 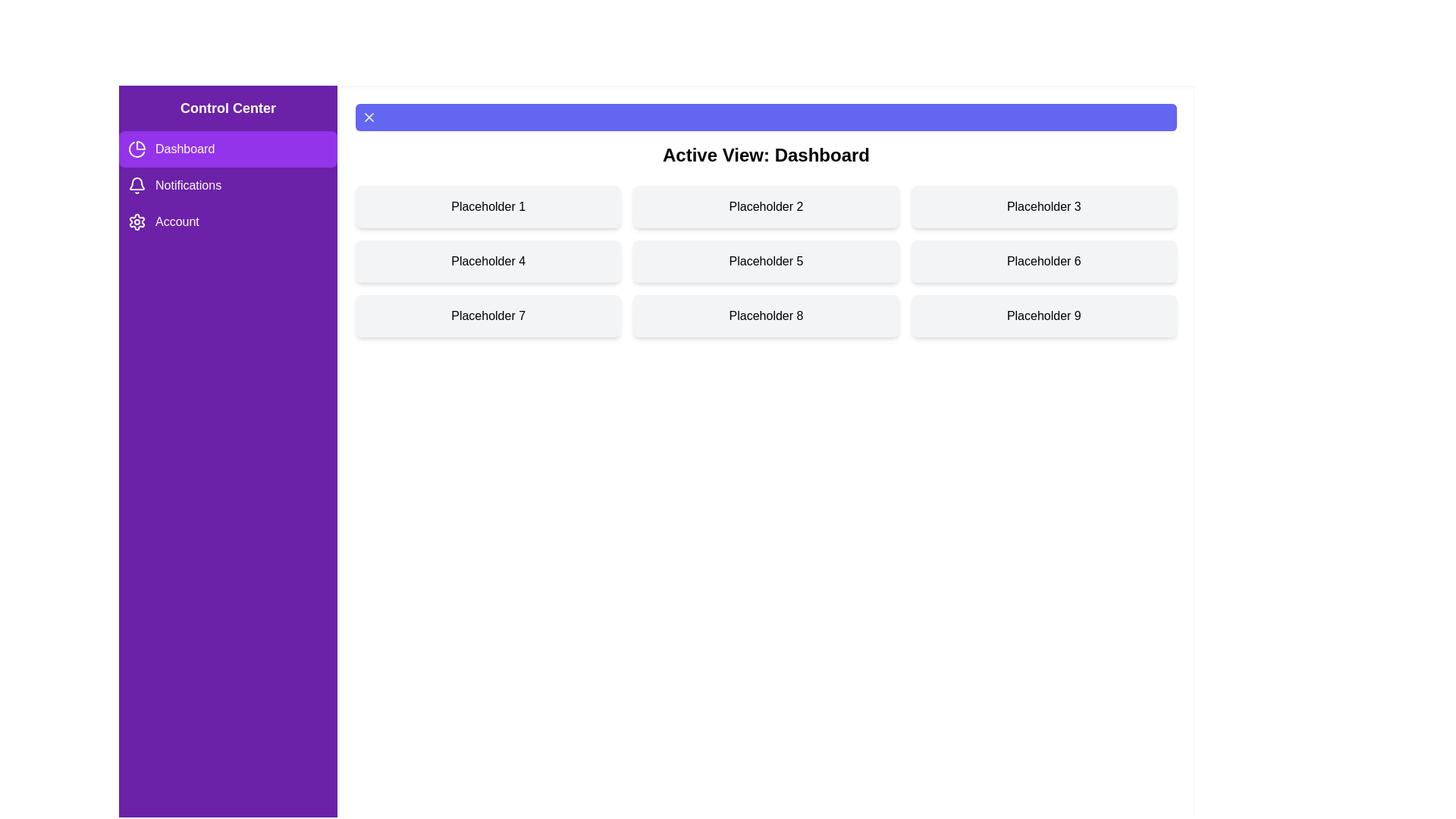 I want to click on the view Dashboard from the drawer menu, so click(x=227, y=149).